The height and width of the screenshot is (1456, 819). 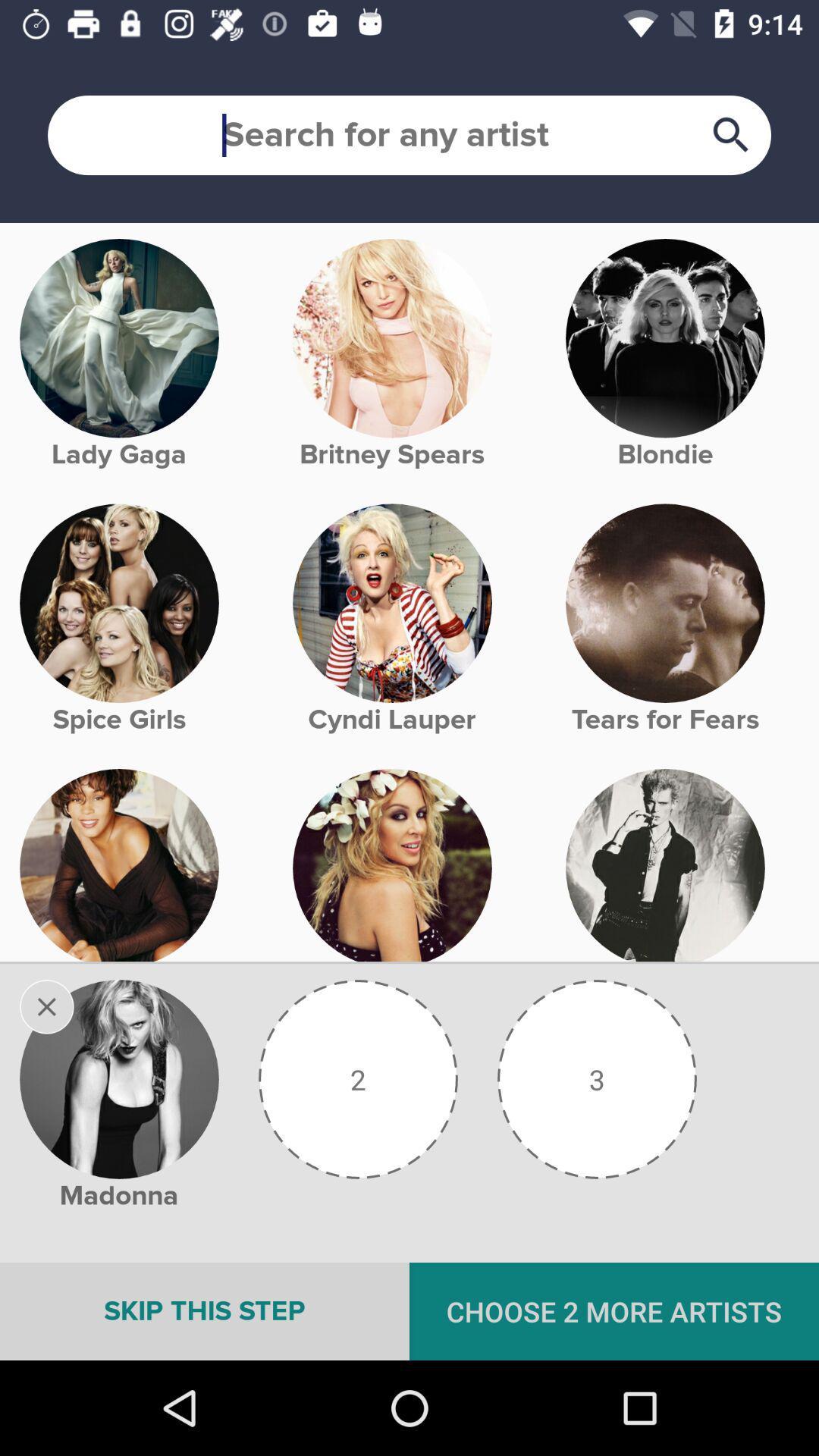 What do you see at coordinates (205, 1310) in the screenshot?
I see `the icon next to choose 2 more icon` at bounding box center [205, 1310].